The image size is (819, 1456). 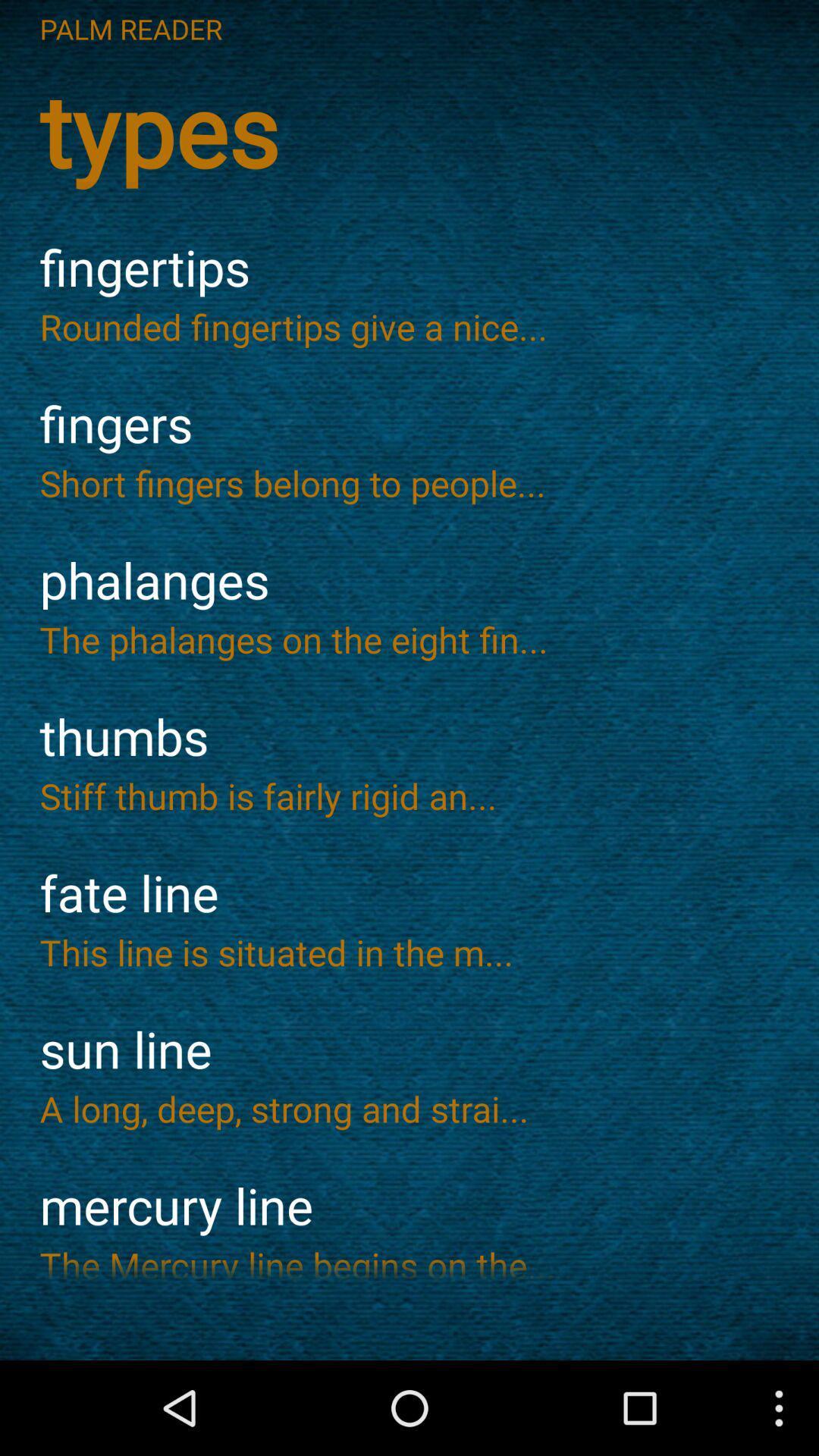 What do you see at coordinates (409, 951) in the screenshot?
I see `the icon below the fate line` at bounding box center [409, 951].